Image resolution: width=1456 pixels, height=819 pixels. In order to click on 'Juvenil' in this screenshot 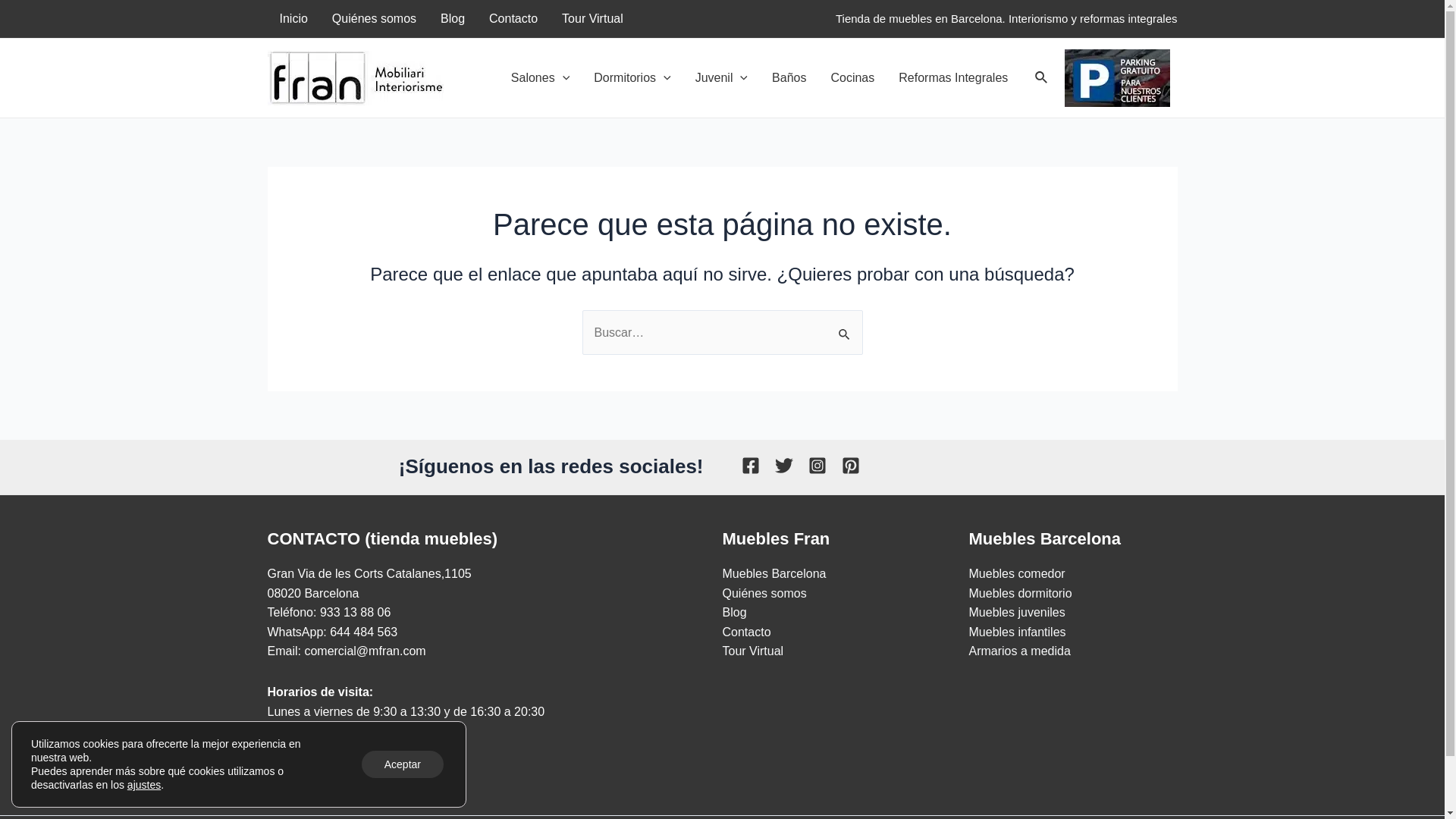, I will do `click(720, 78)`.